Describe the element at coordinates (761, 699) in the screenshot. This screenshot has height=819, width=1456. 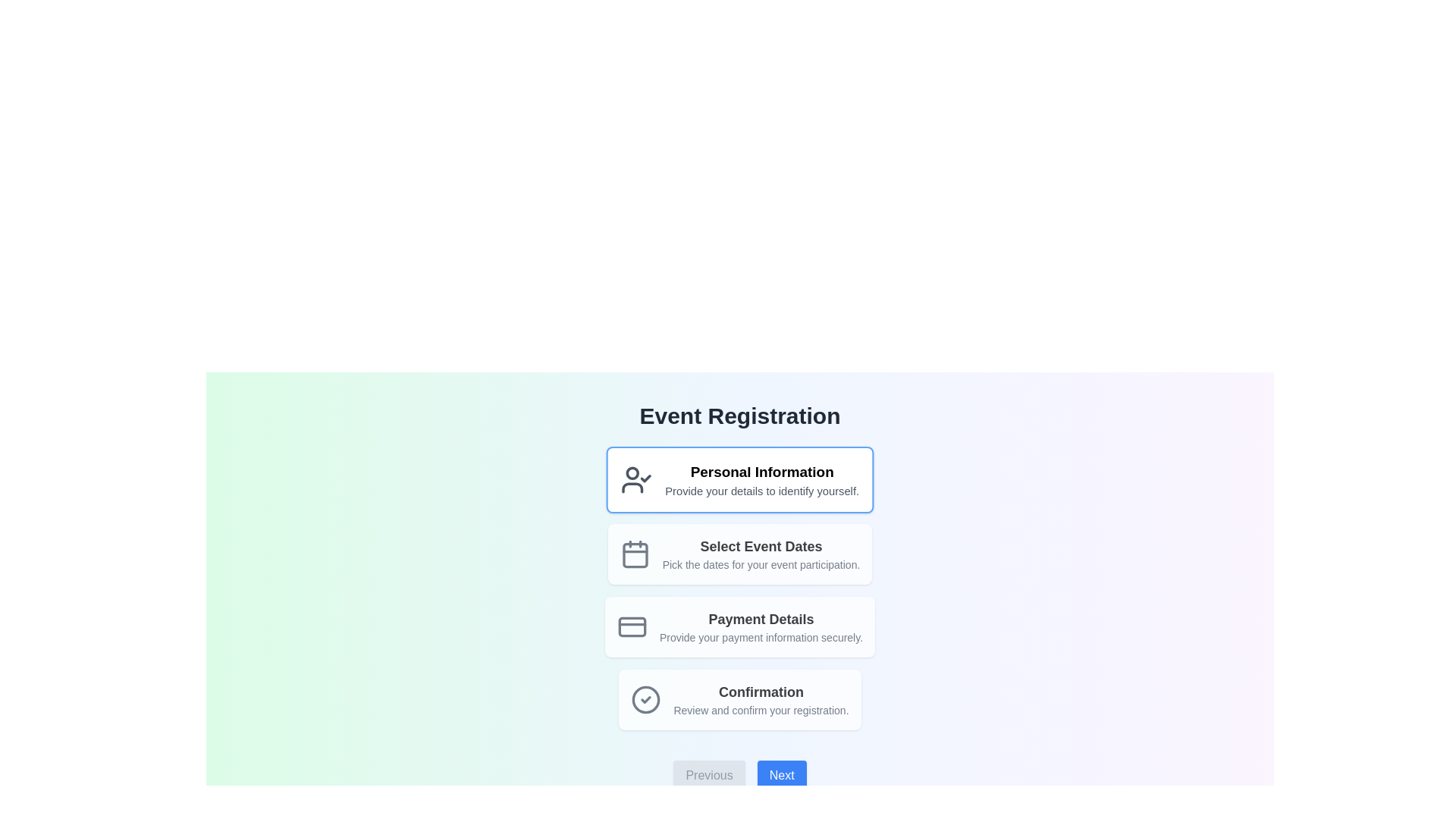
I see `the text block containing the title 'Confirmation' and subtitle 'Review and confirm your registration.', which is the fourth card in a vertical stack of cards` at that location.